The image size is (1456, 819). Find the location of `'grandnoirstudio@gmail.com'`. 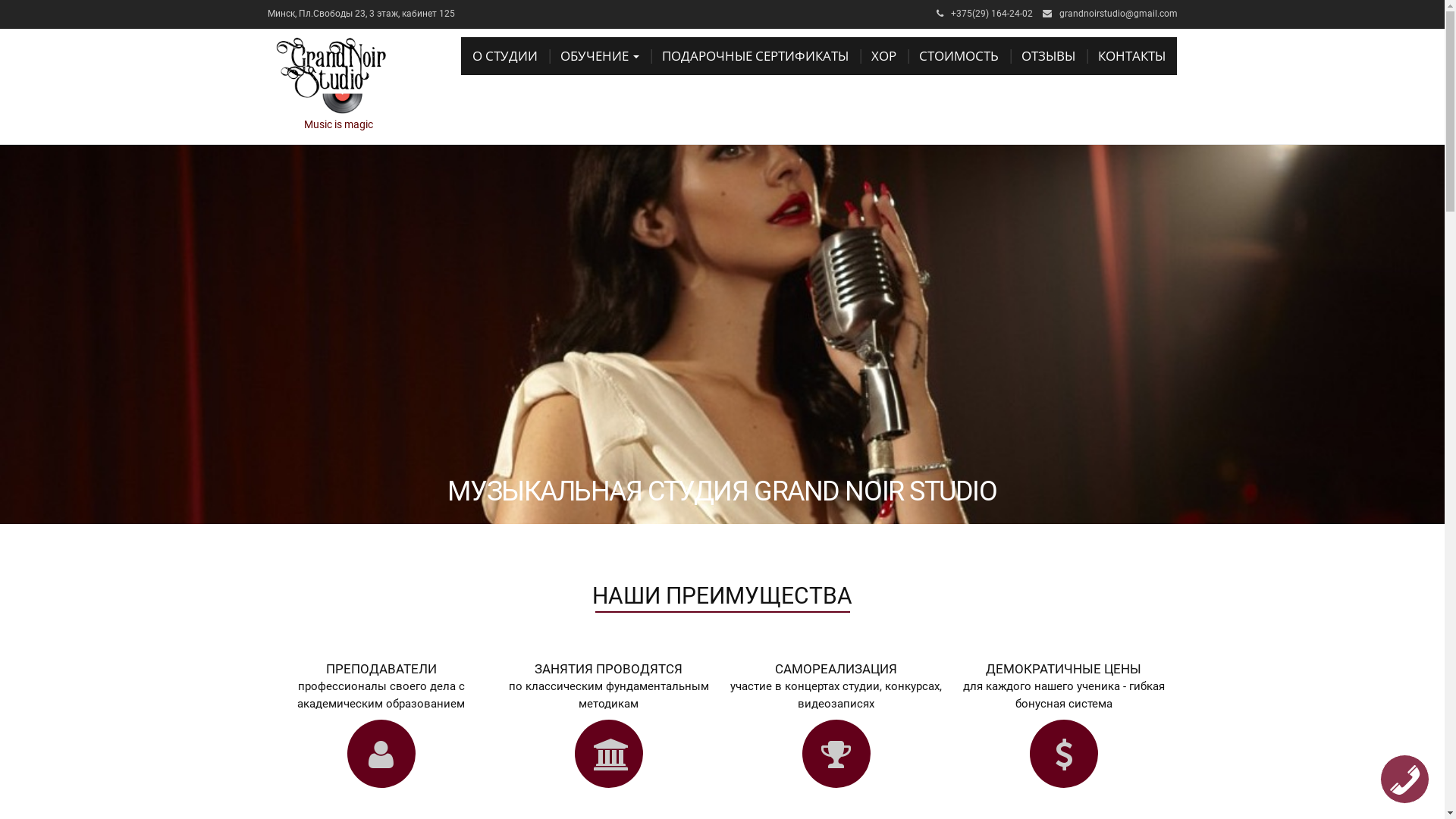

'grandnoirstudio@gmail.com' is located at coordinates (1117, 14).